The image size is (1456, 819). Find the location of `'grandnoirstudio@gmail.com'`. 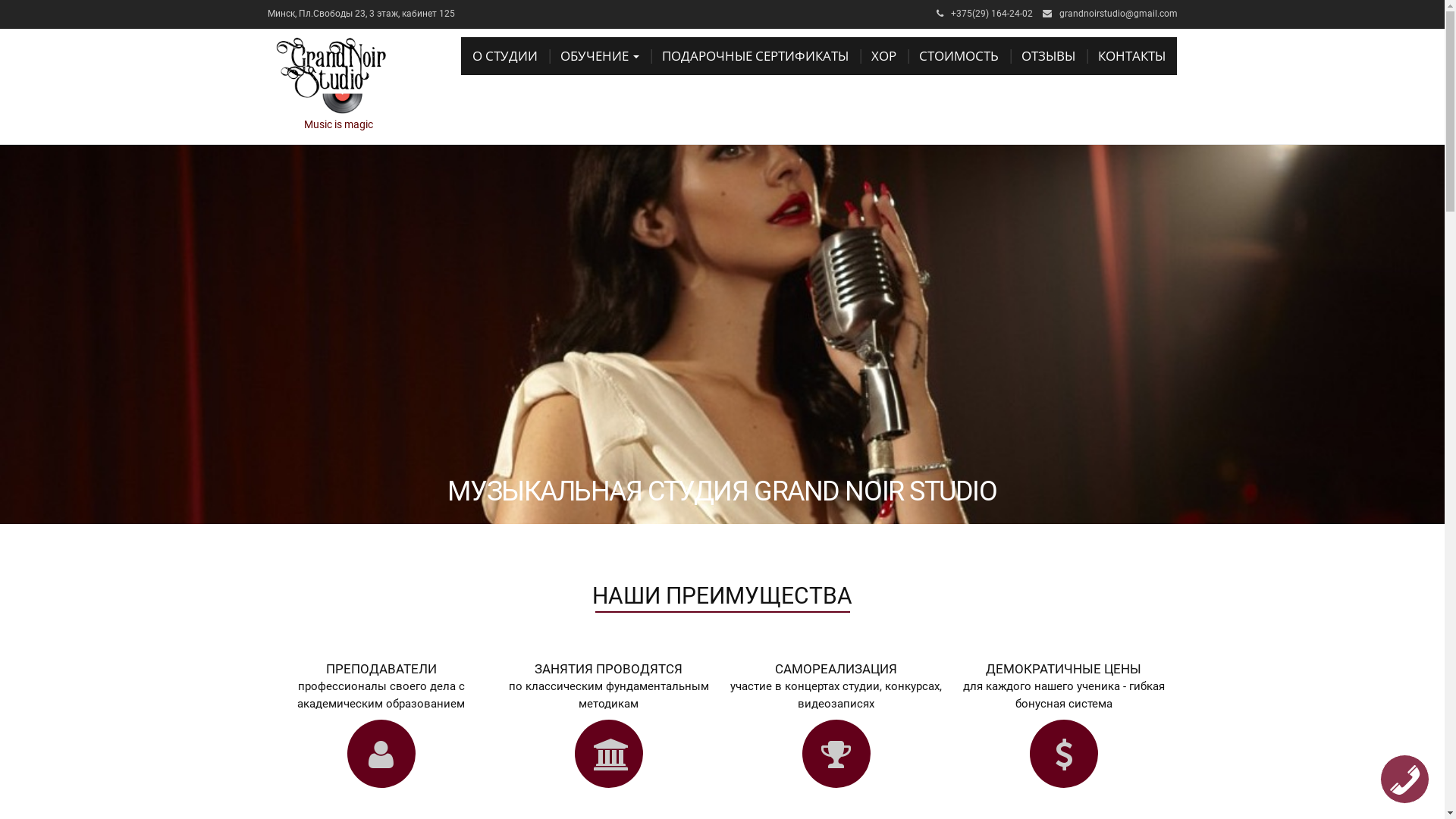

'grandnoirstudio@gmail.com' is located at coordinates (1117, 14).